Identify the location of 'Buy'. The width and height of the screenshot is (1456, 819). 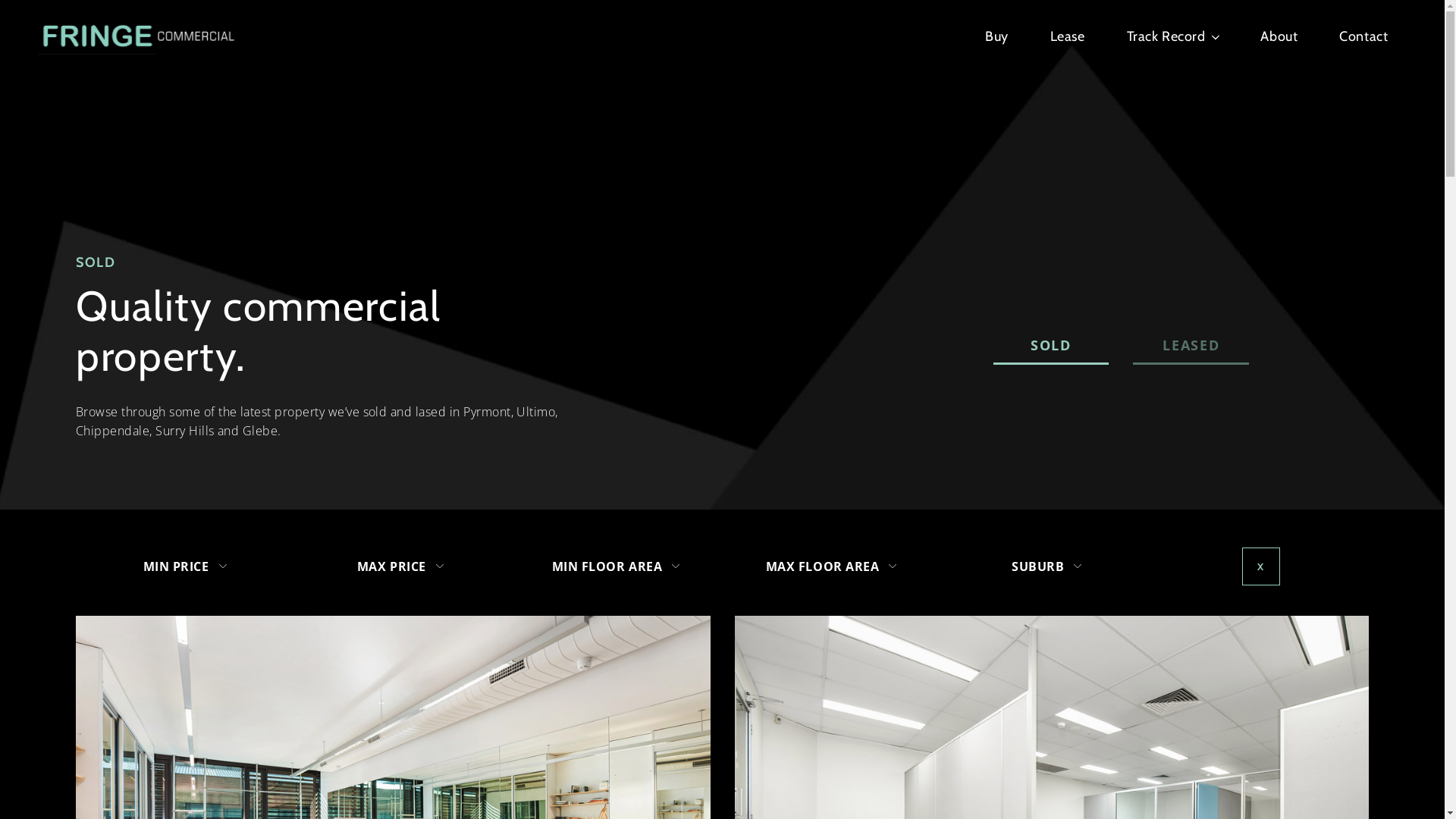
(996, 36).